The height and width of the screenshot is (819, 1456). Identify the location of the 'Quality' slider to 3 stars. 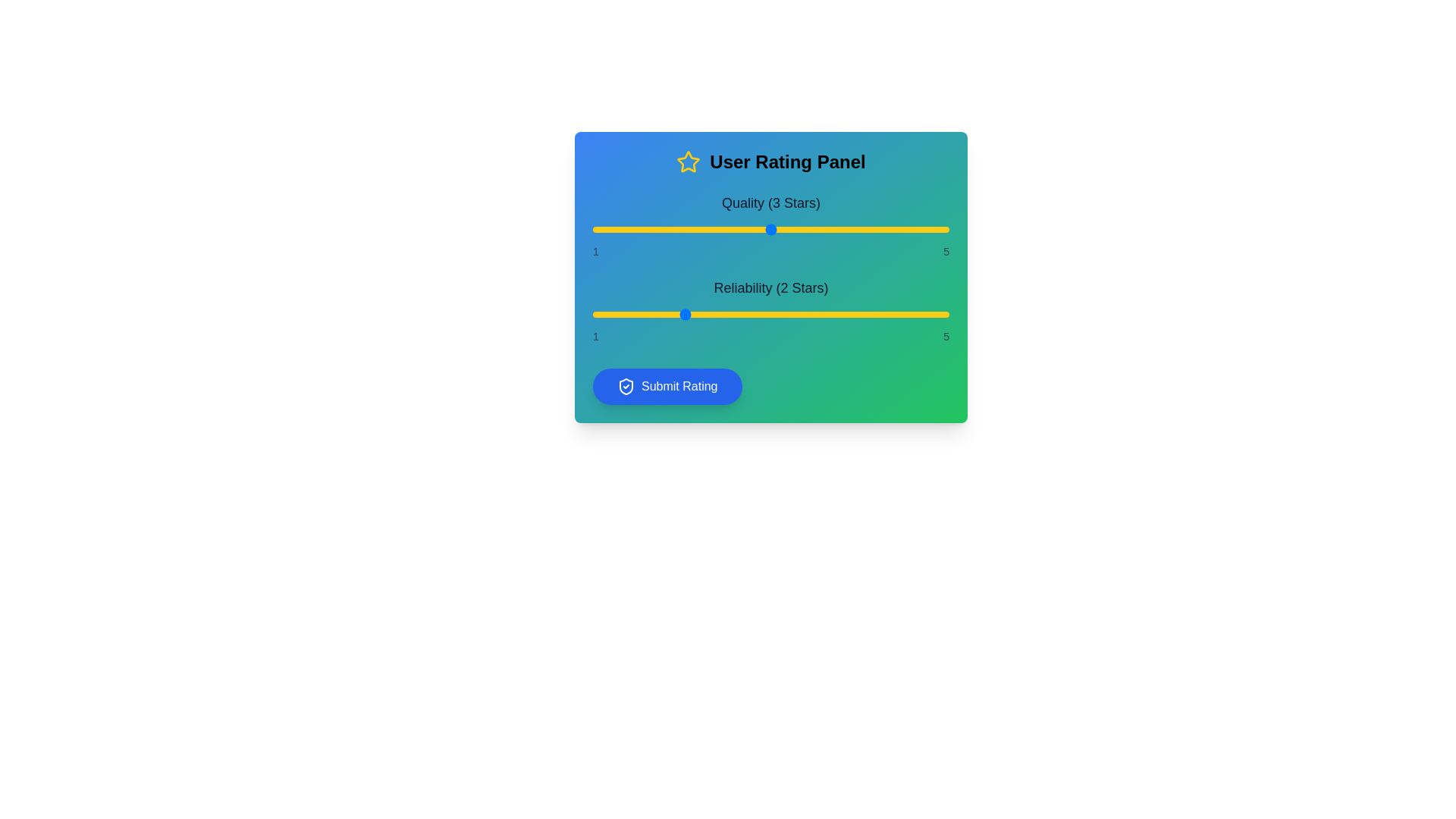
(771, 230).